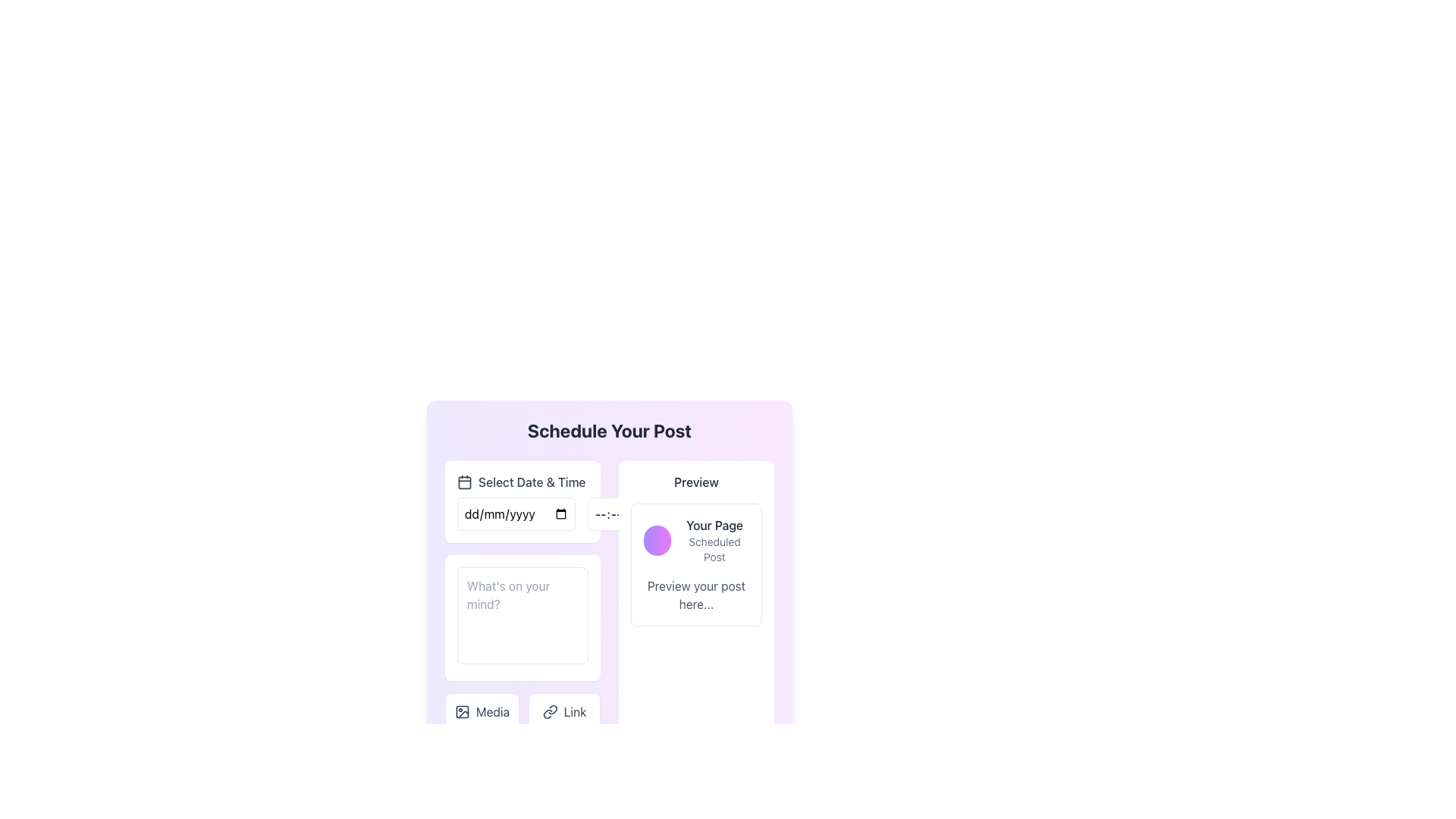 The height and width of the screenshot is (819, 1456). Describe the element at coordinates (461, 711) in the screenshot. I see `the topmost graphical icon component located at the center-bottom of the preview interface` at that location.